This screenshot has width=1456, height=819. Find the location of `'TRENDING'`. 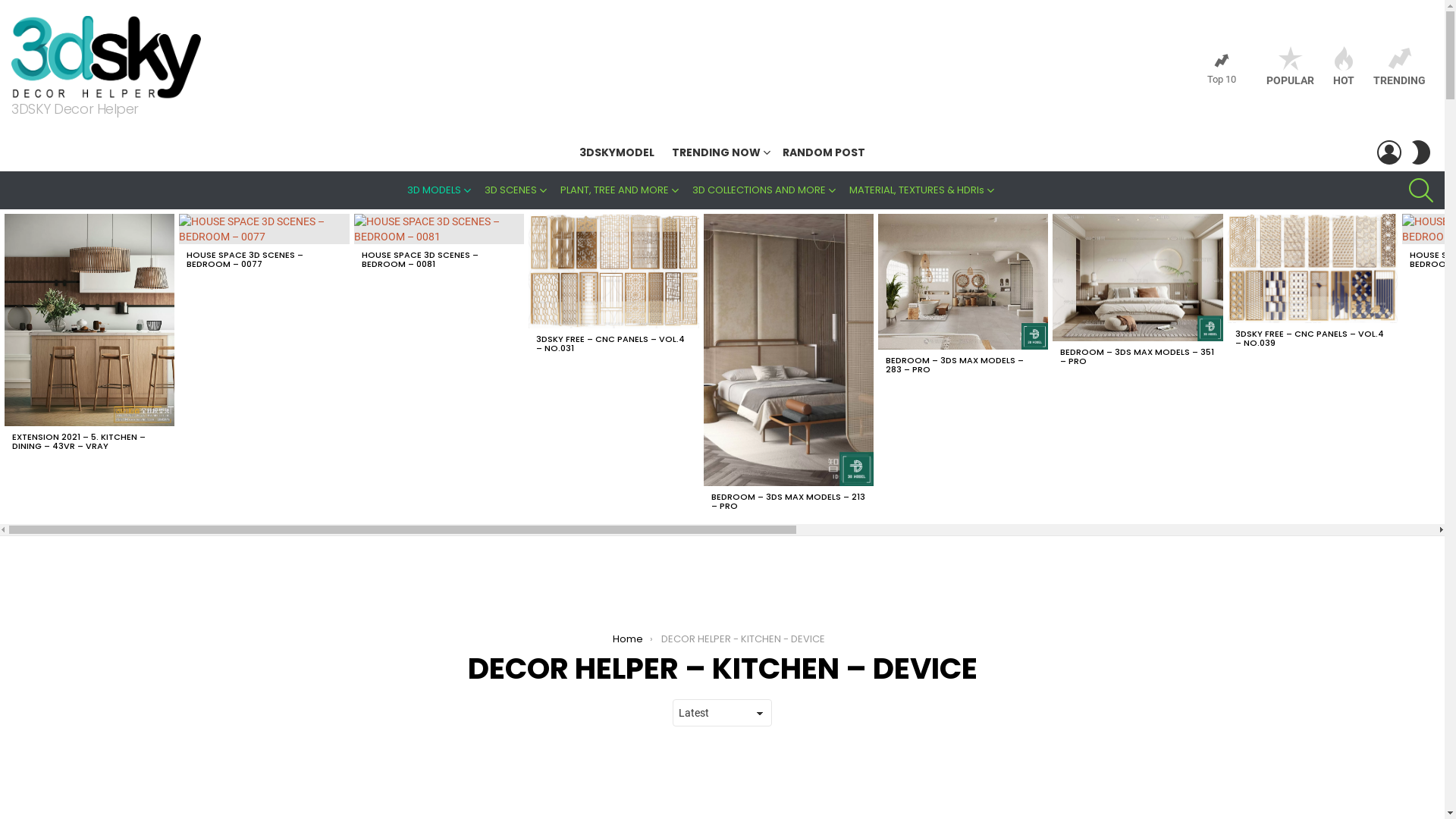

'TRENDING' is located at coordinates (1398, 66).